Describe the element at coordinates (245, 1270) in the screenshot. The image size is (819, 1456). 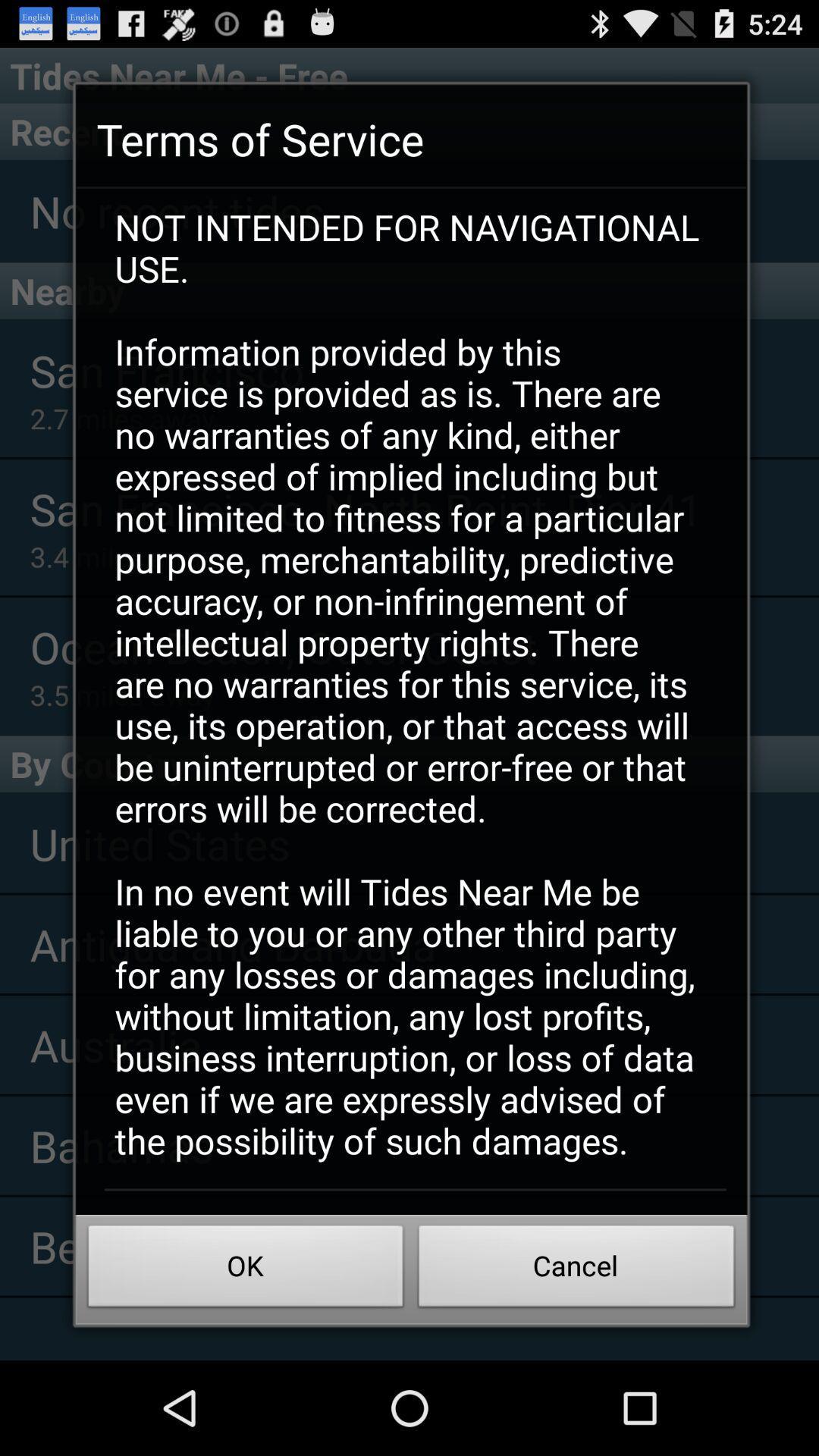
I see `the button next to cancel button` at that location.